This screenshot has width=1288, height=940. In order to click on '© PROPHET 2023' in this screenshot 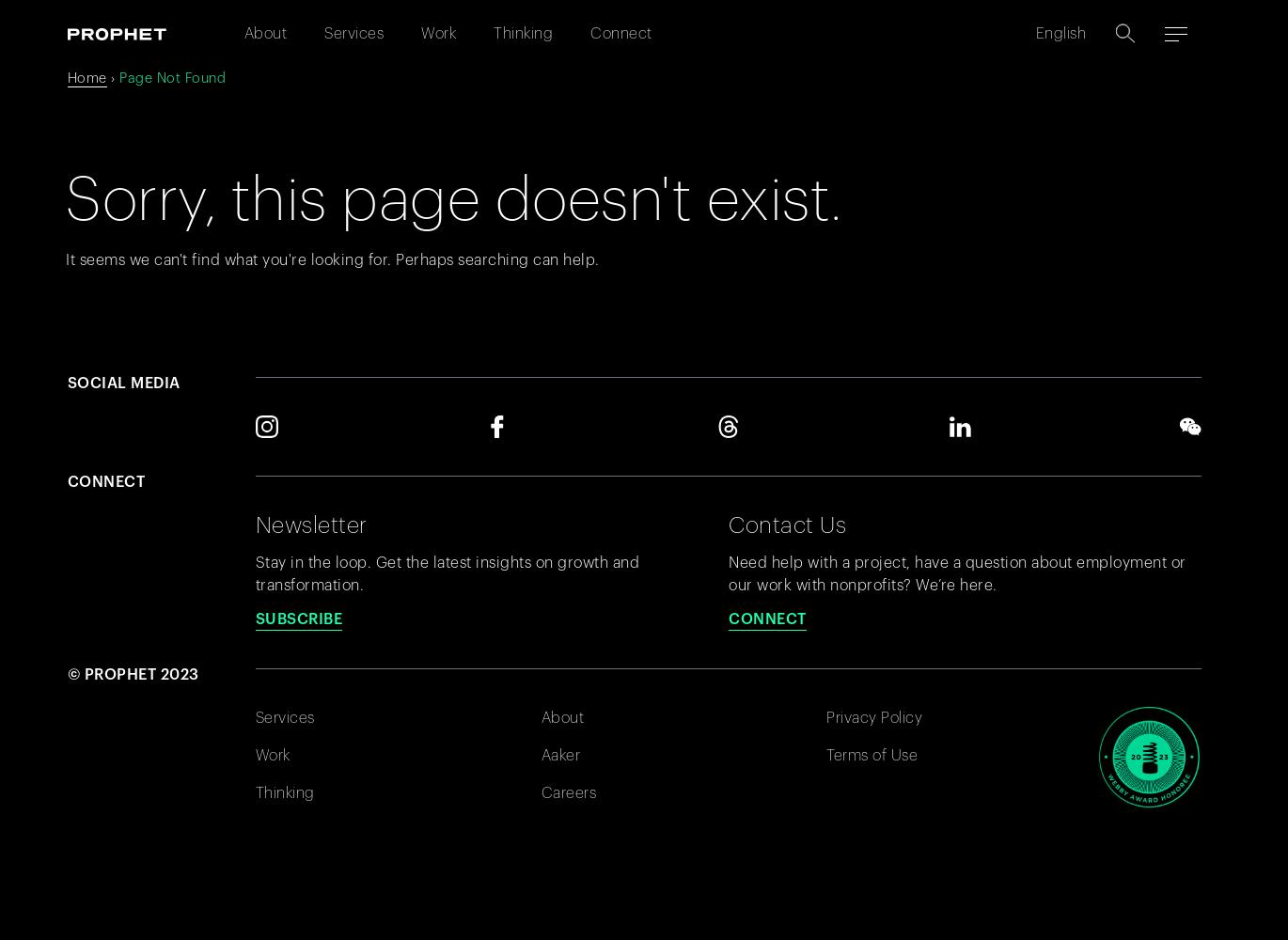, I will do `click(132, 673)`.